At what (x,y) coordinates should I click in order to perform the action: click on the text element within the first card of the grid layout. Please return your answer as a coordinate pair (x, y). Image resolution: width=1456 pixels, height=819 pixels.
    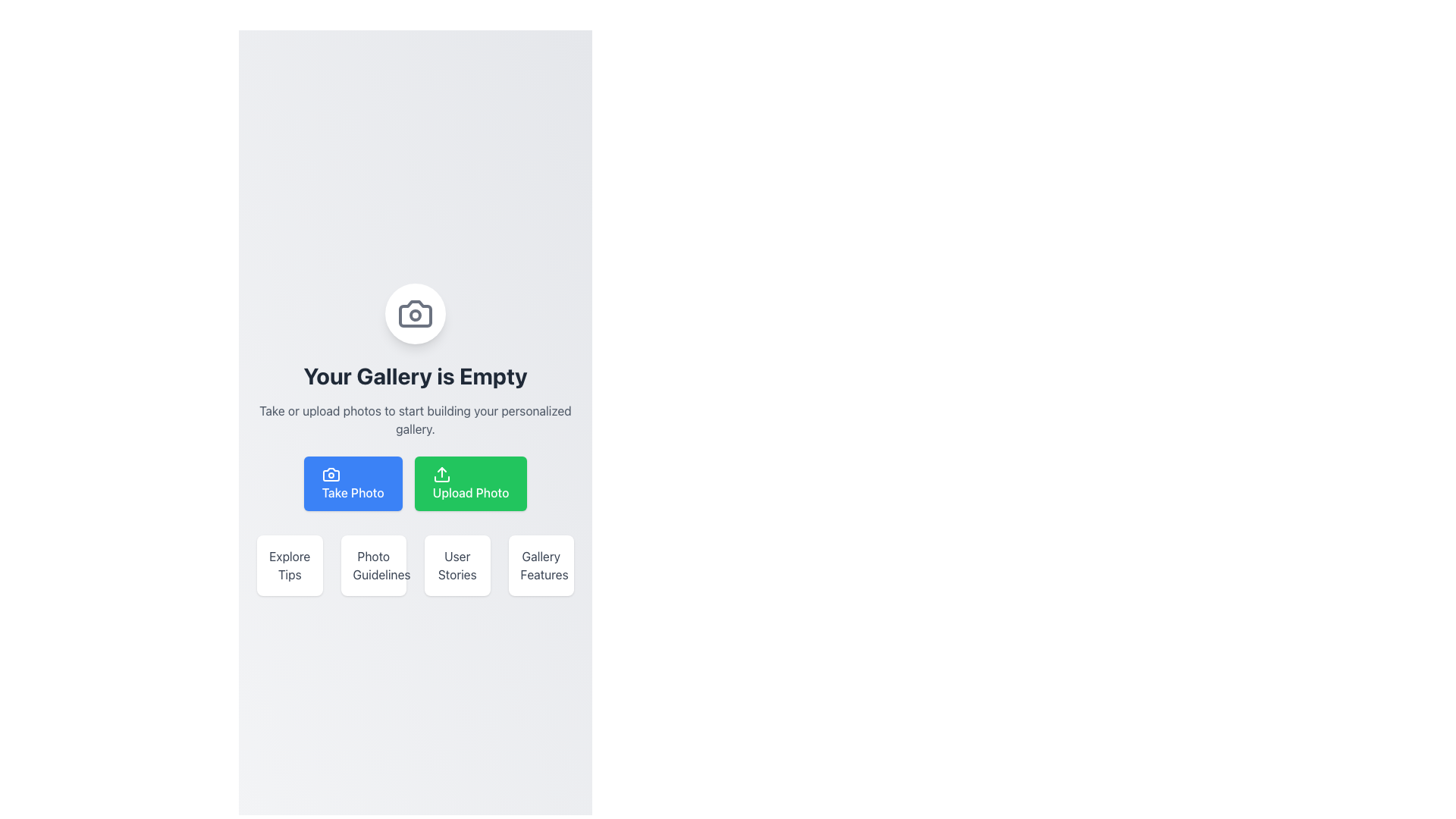
    Looking at the image, I should click on (290, 565).